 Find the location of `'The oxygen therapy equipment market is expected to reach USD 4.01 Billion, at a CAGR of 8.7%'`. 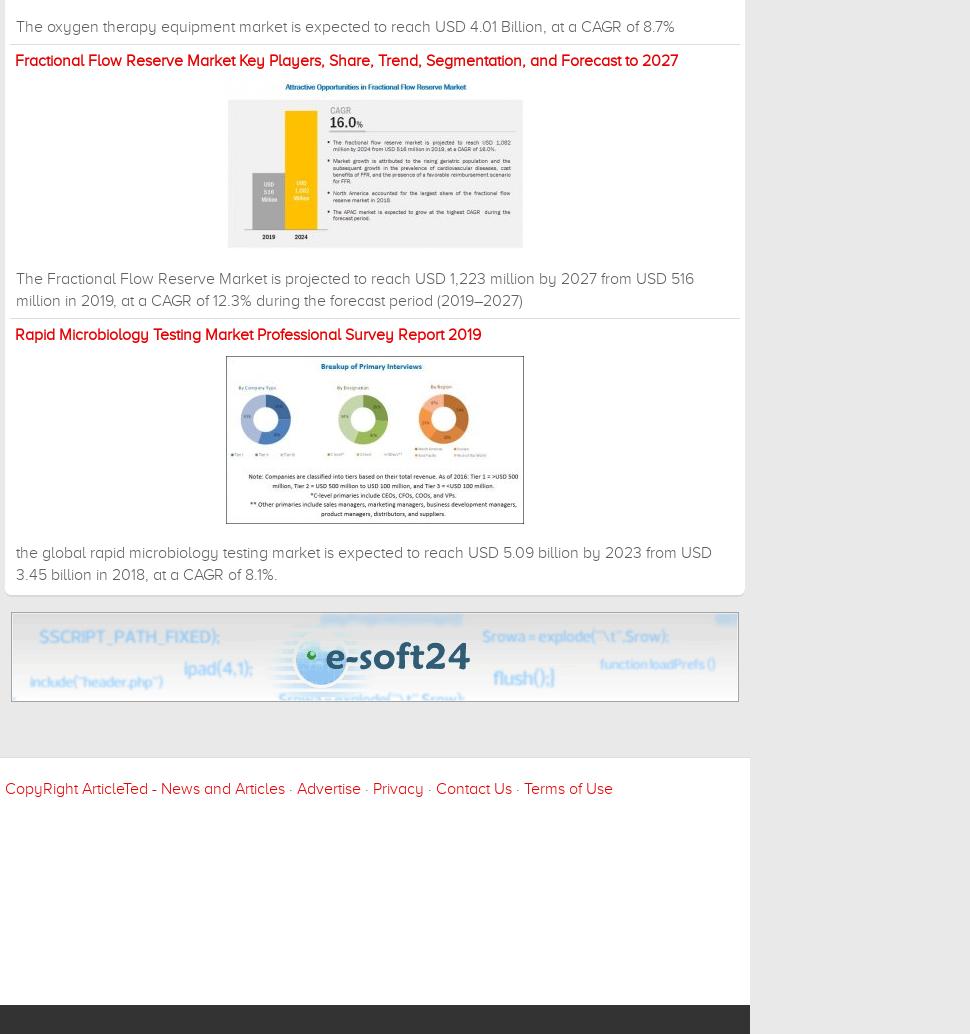

'The oxygen therapy equipment market is expected to reach USD 4.01 Billion, at a CAGR of 8.7%' is located at coordinates (344, 26).